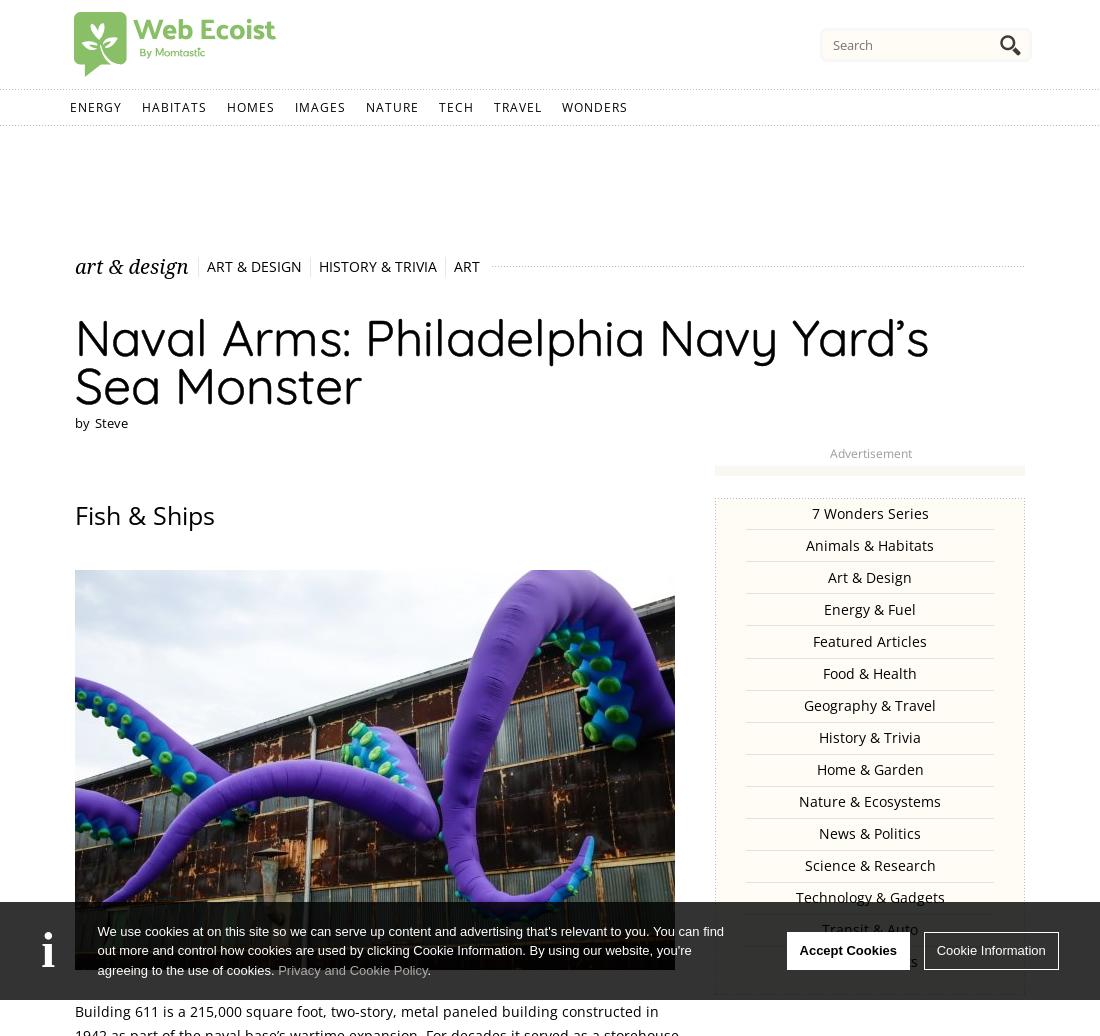 The image size is (1100, 1036). What do you see at coordinates (868, 865) in the screenshot?
I see `'Science & Research'` at bounding box center [868, 865].